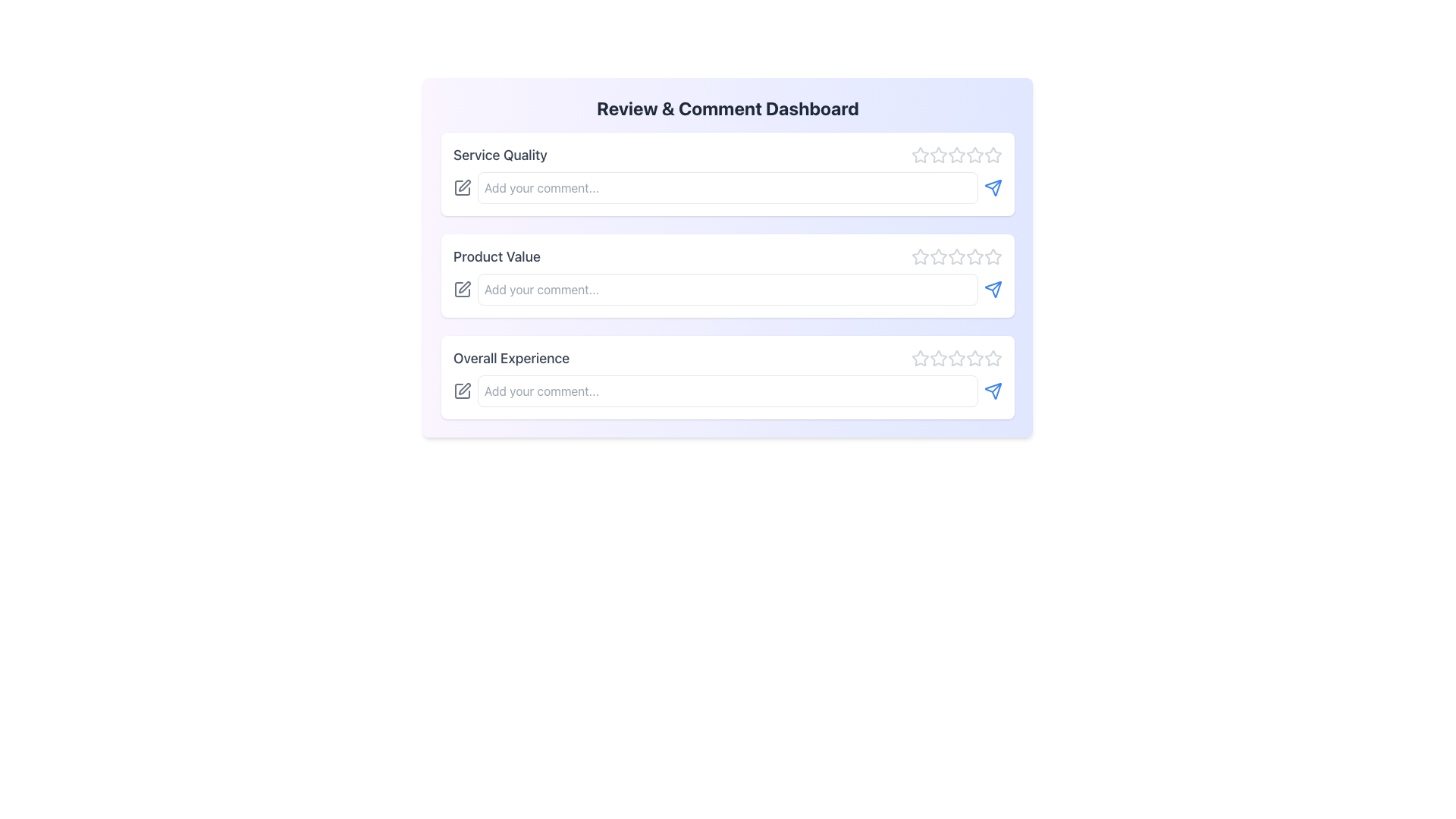 The width and height of the screenshot is (1456, 819). What do you see at coordinates (993, 359) in the screenshot?
I see `the fifth gray star icon in the Overall Experience section to indicate a 5-star rating` at bounding box center [993, 359].